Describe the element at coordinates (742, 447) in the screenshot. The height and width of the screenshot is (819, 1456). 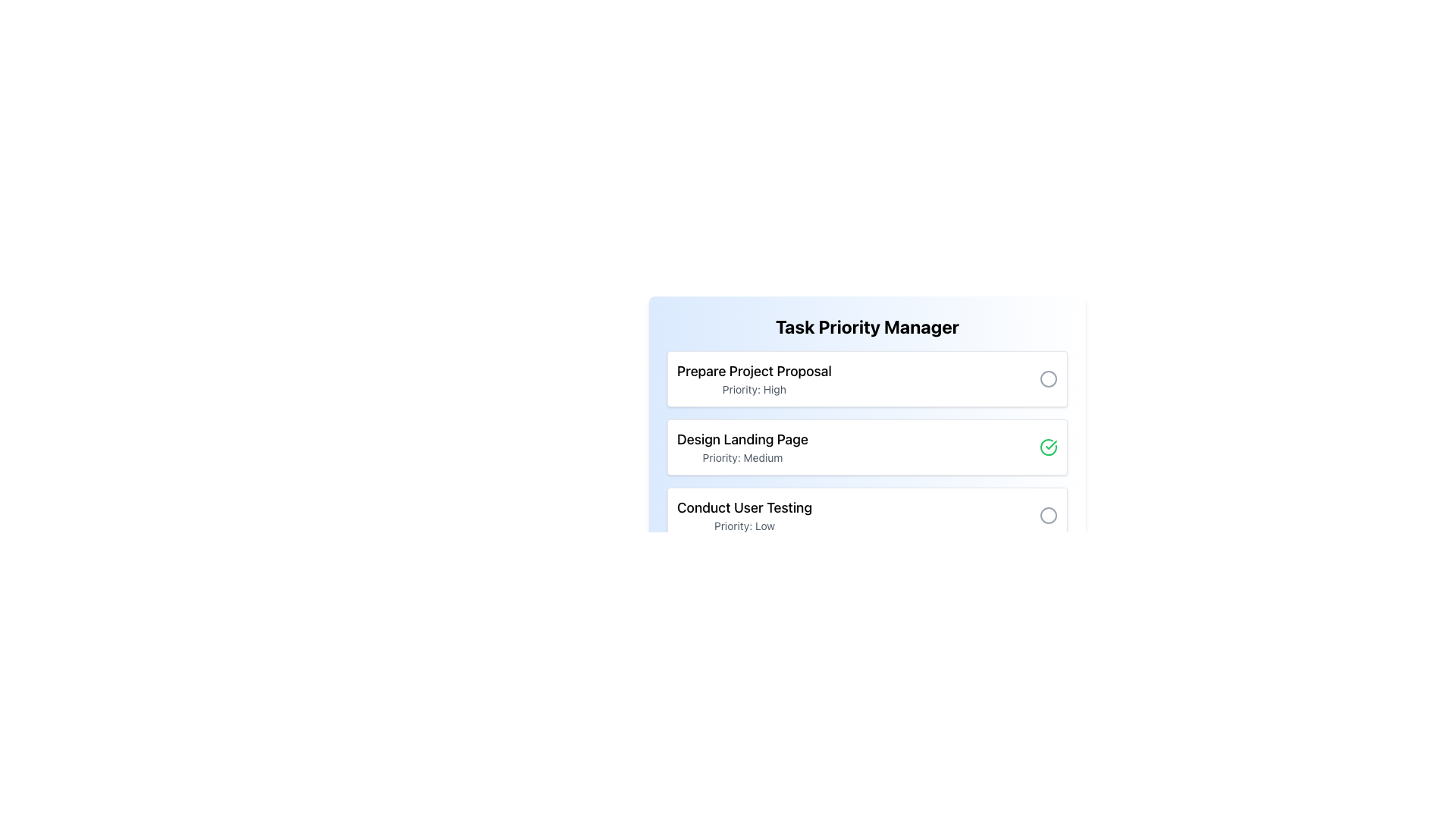
I see `the second task item in the vertical list of task cards` at that location.